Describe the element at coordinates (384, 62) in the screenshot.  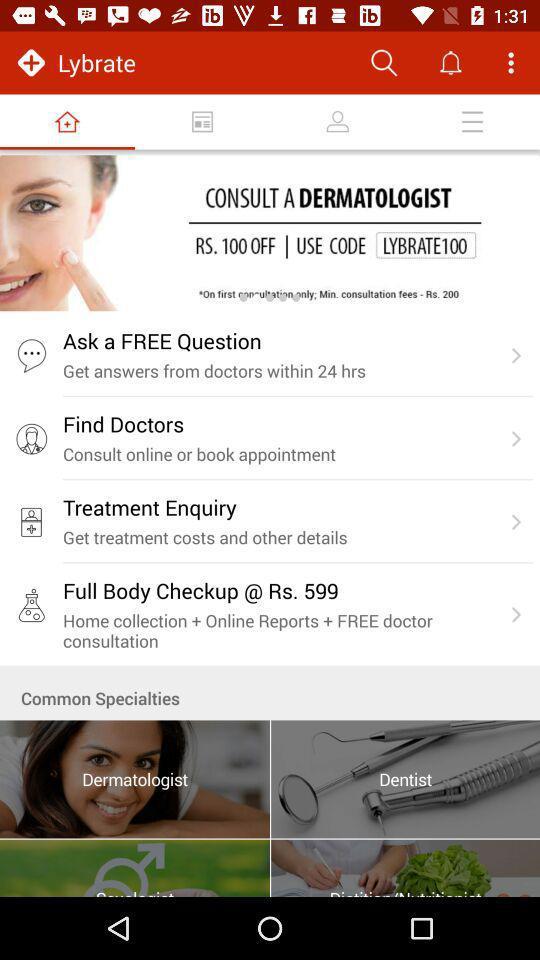
I see `search` at that location.